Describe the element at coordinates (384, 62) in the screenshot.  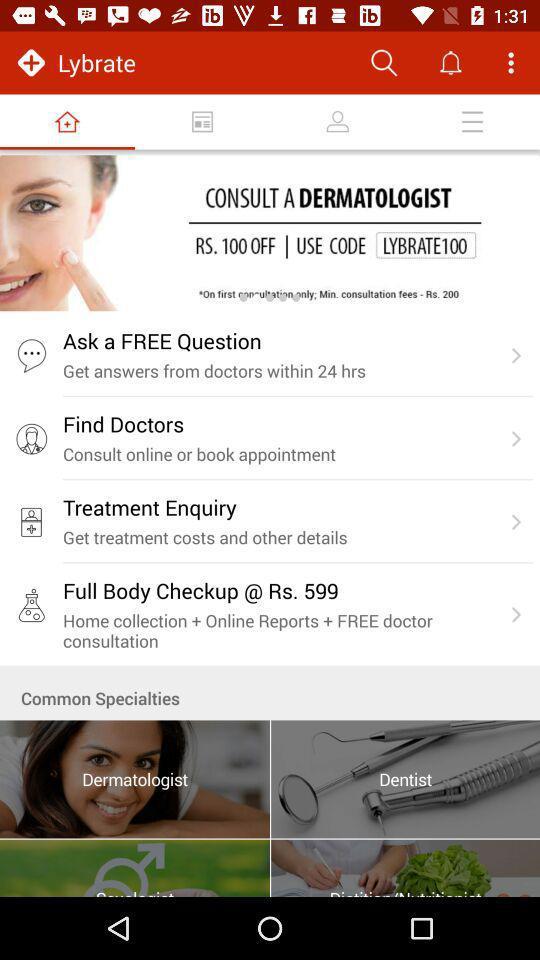
I see `search` at that location.